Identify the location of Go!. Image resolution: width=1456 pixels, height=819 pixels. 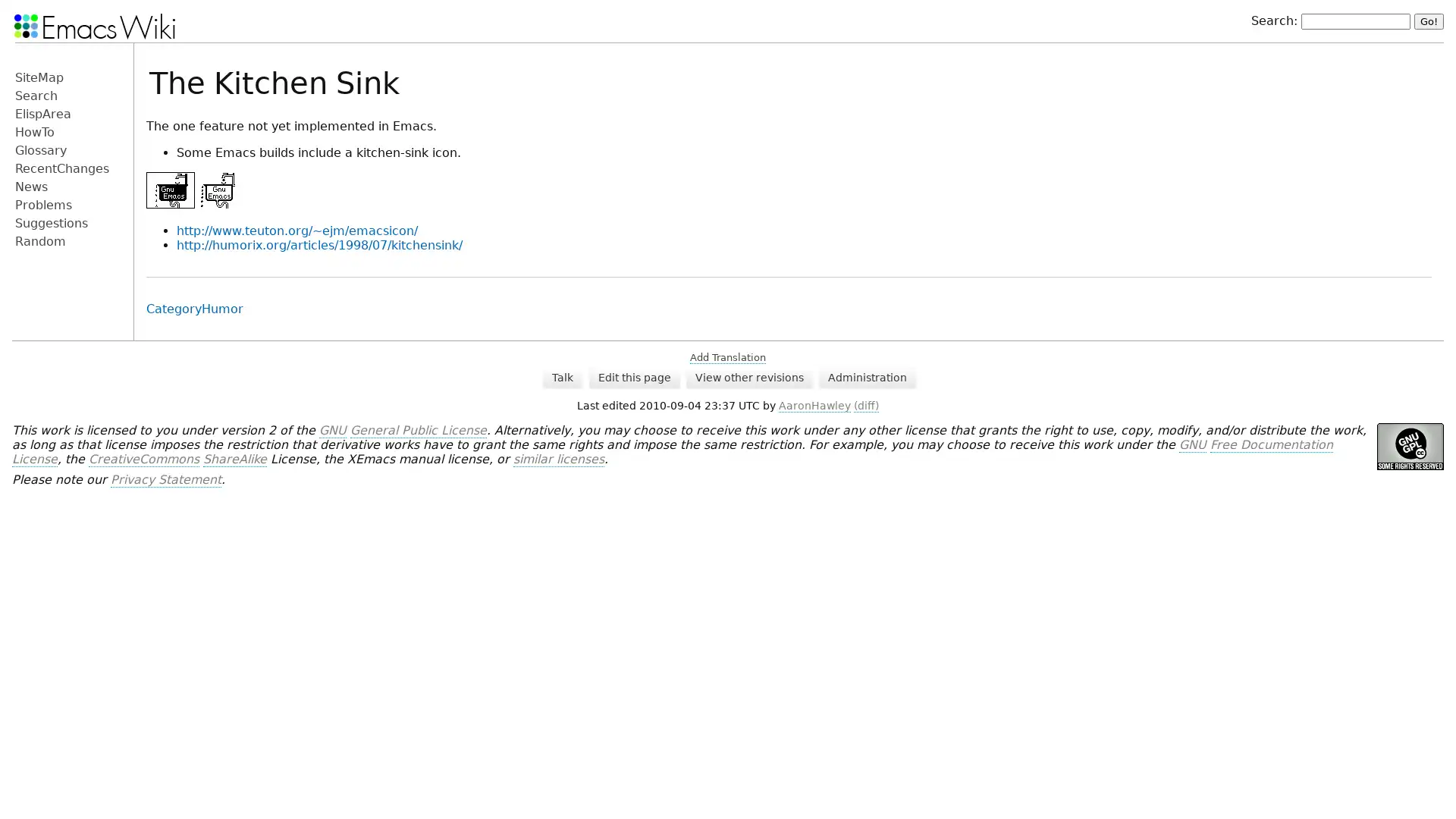
(1428, 20).